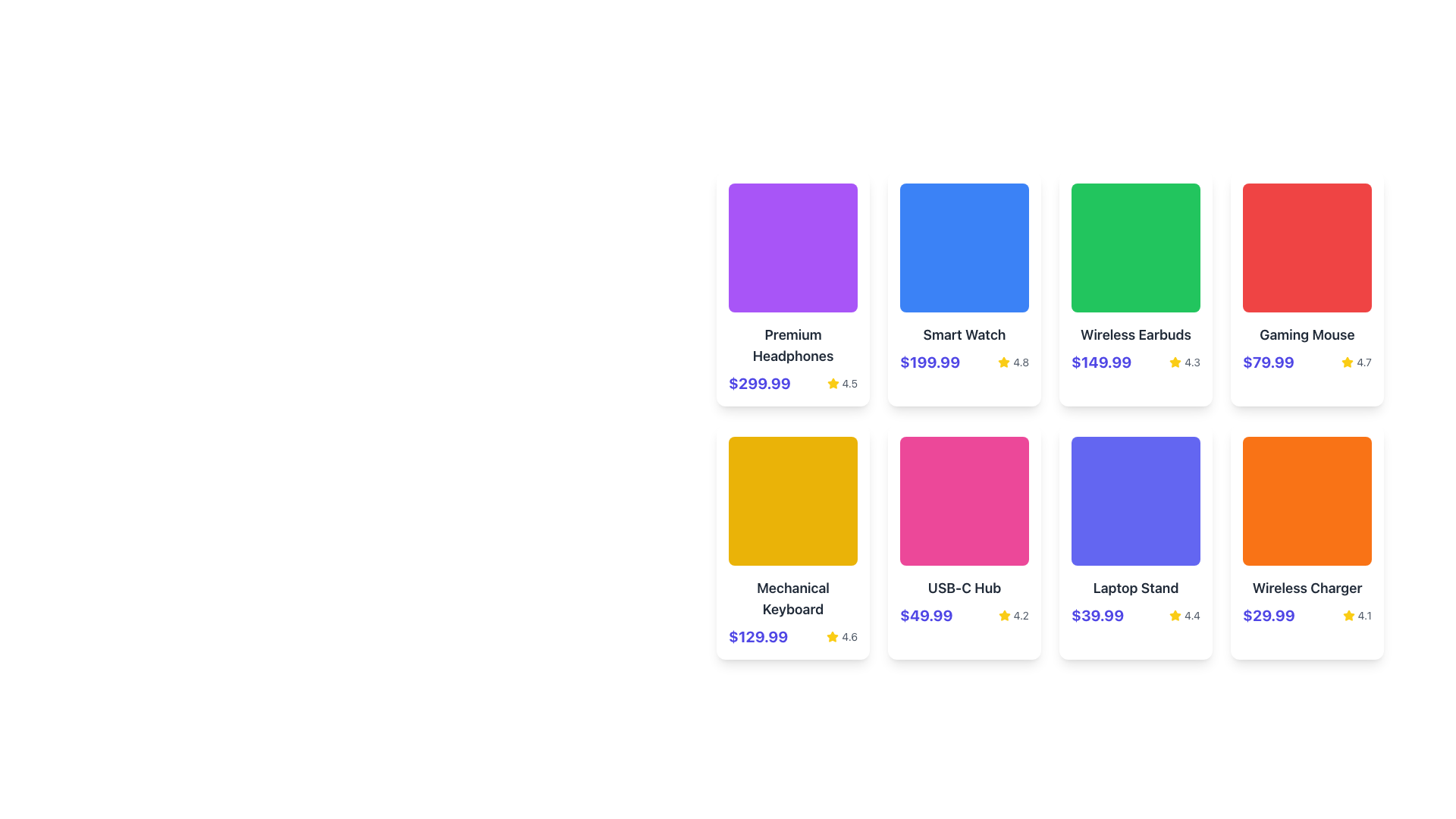 This screenshot has height=819, width=1456. Describe the element at coordinates (1175, 362) in the screenshot. I see `the star icon representing a visual rating feature, which indicates user feedback or item quality, located in the second row and third column of the grid layout` at that location.